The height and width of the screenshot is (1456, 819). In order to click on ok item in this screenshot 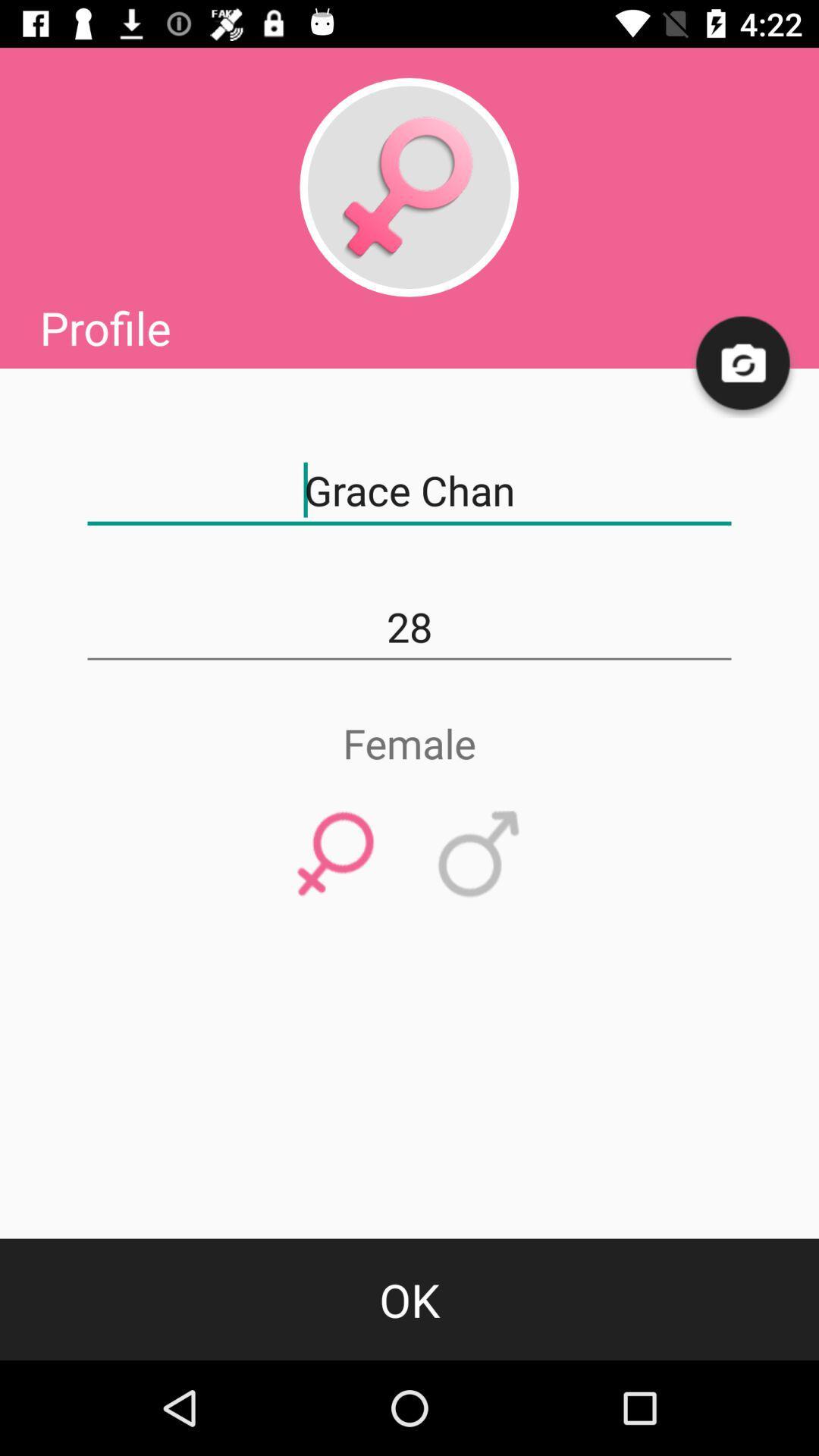, I will do `click(409, 1298)`.